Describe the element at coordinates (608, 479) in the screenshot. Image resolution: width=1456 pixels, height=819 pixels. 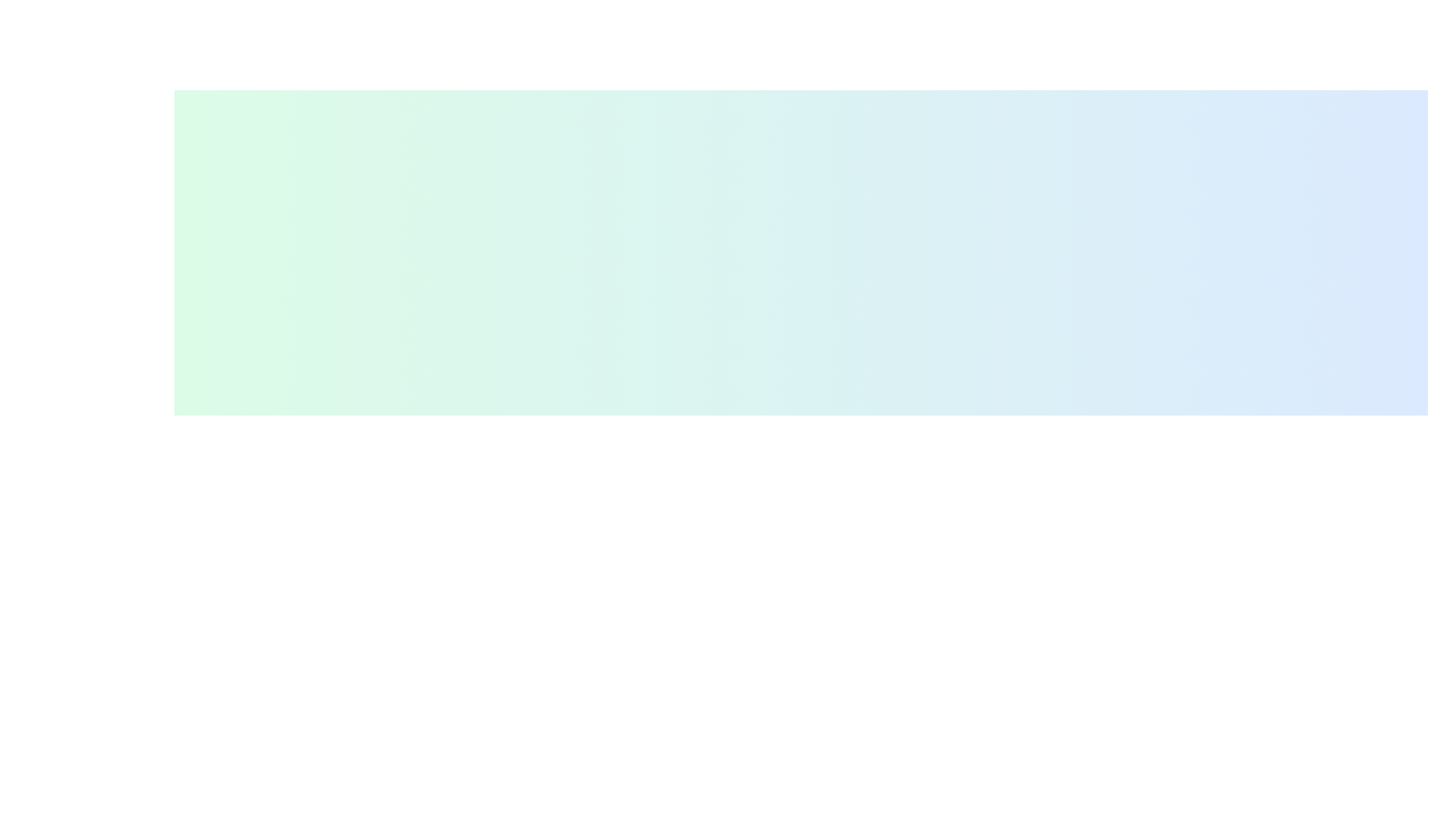
I see `the information icon to observe its behavior` at that location.